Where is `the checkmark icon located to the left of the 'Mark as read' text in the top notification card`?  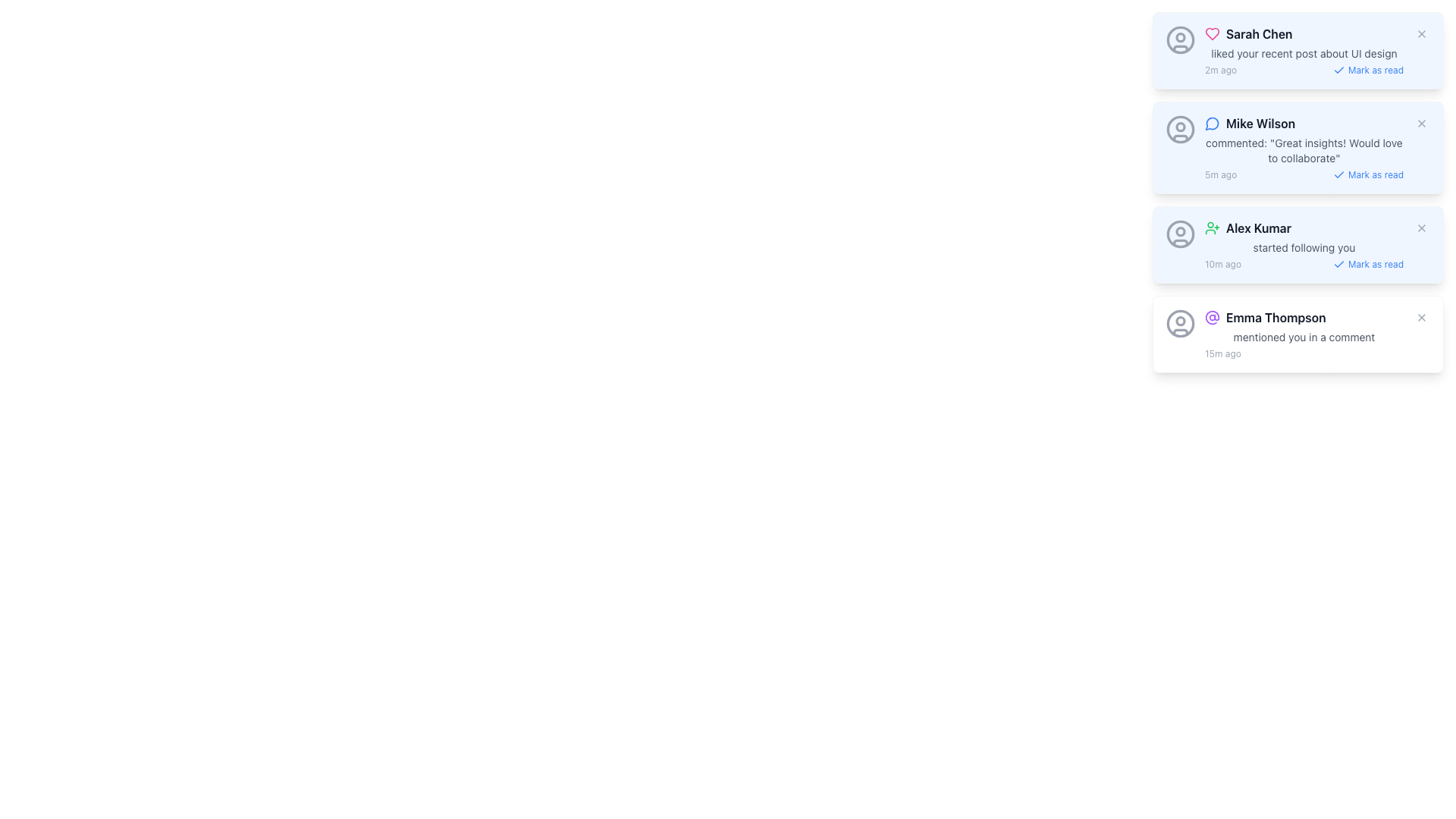 the checkmark icon located to the left of the 'Mark as read' text in the top notification card is located at coordinates (1338, 70).